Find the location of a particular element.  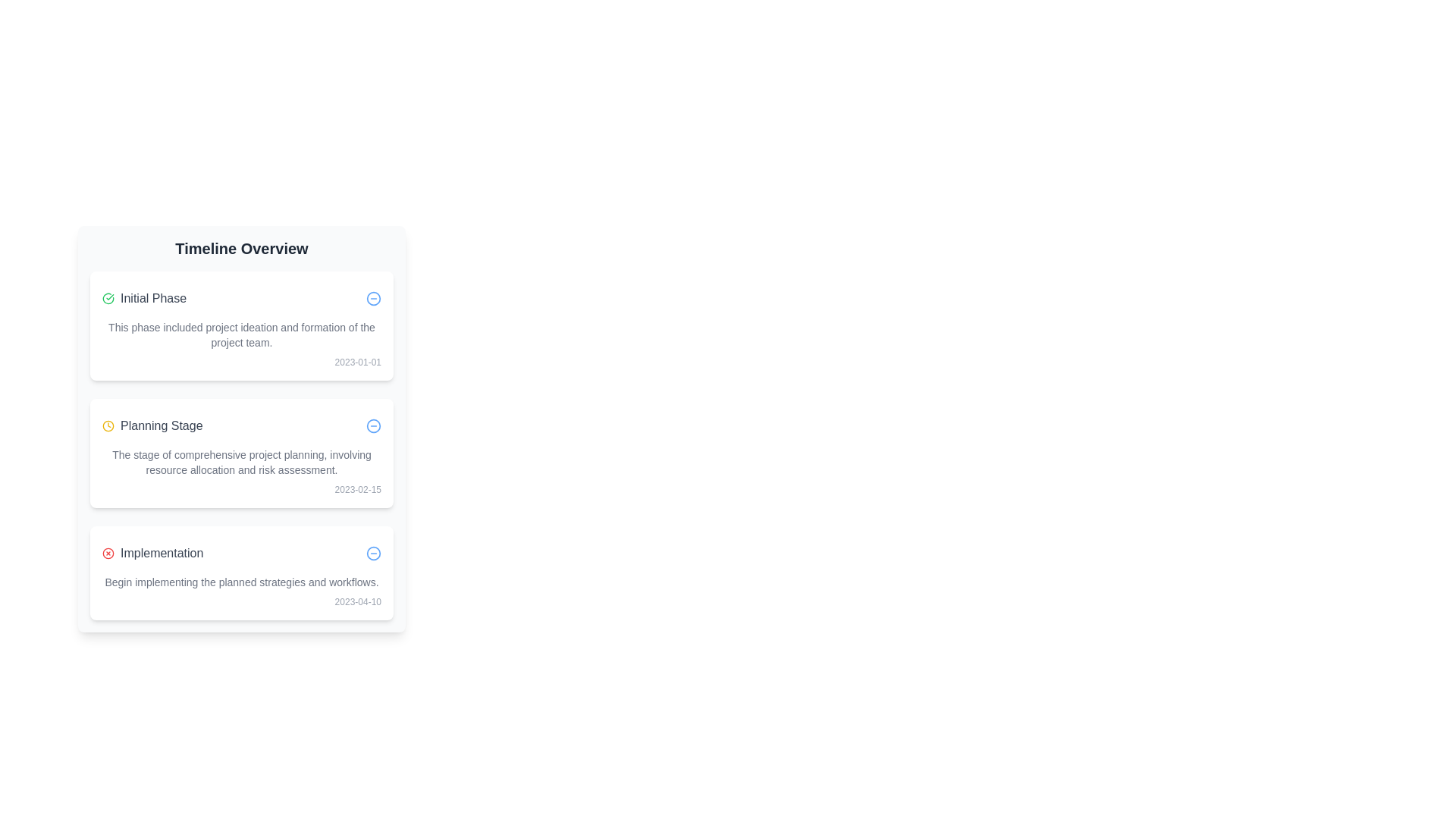

the small circular interactive icon with a blue outline is located at coordinates (374, 553).